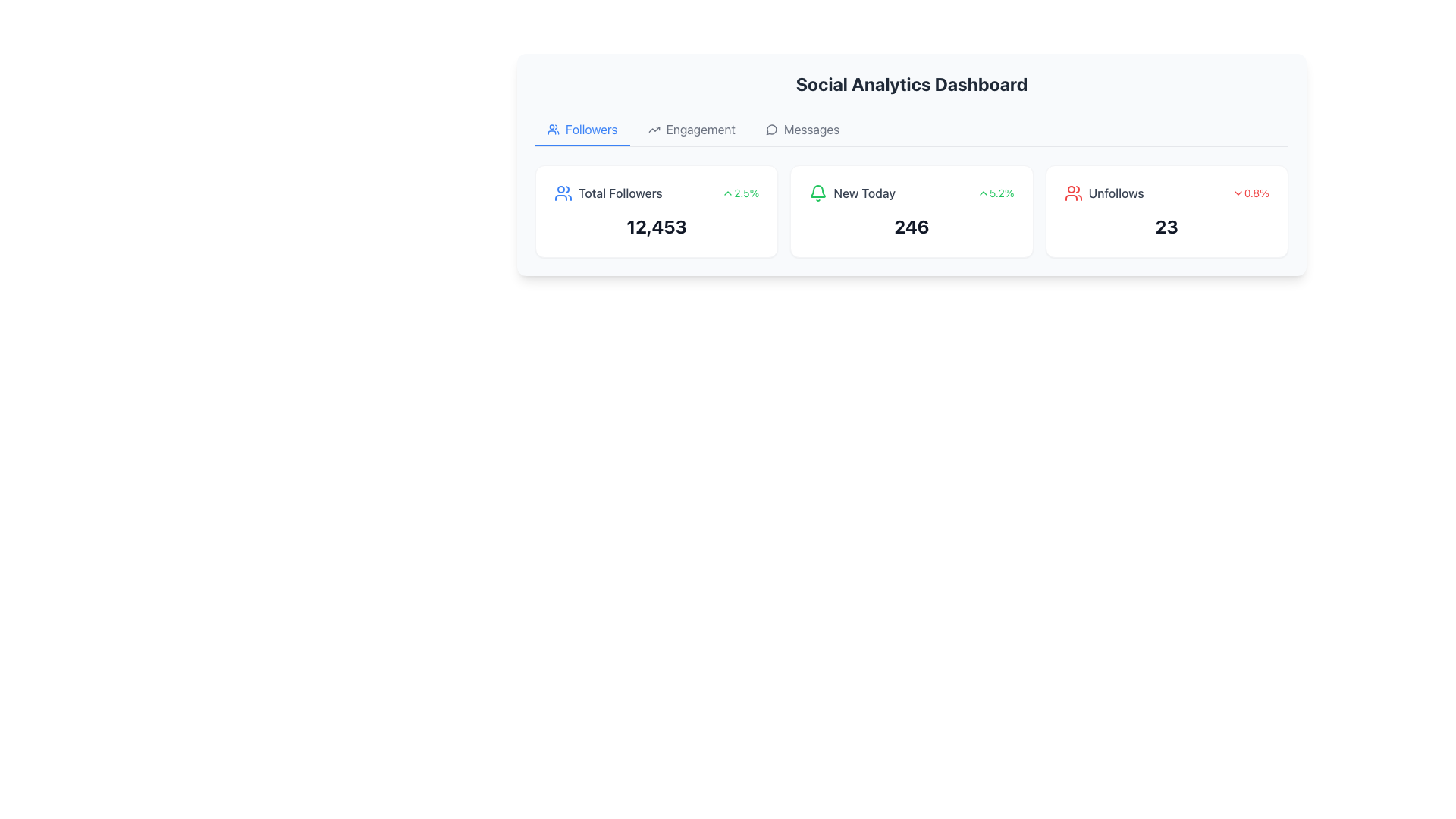 The image size is (1456, 819). What do you see at coordinates (740, 192) in the screenshot?
I see `the upward chevron icon and text '2.5%' located in the upper-right section of the 'Total Followers' card` at bounding box center [740, 192].